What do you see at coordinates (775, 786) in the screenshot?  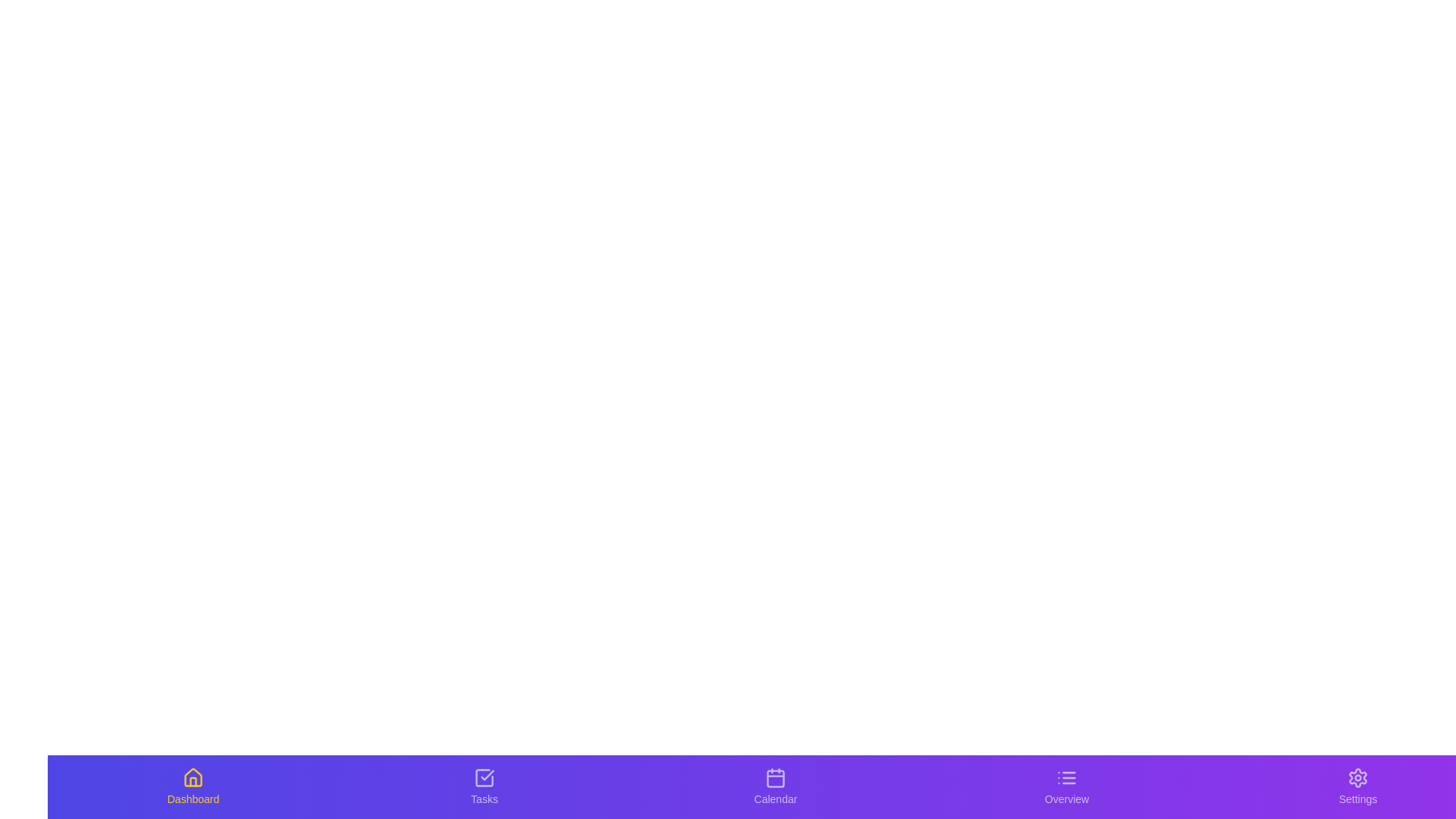 I see `the tab labeled Calendar` at bounding box center [775, 786].